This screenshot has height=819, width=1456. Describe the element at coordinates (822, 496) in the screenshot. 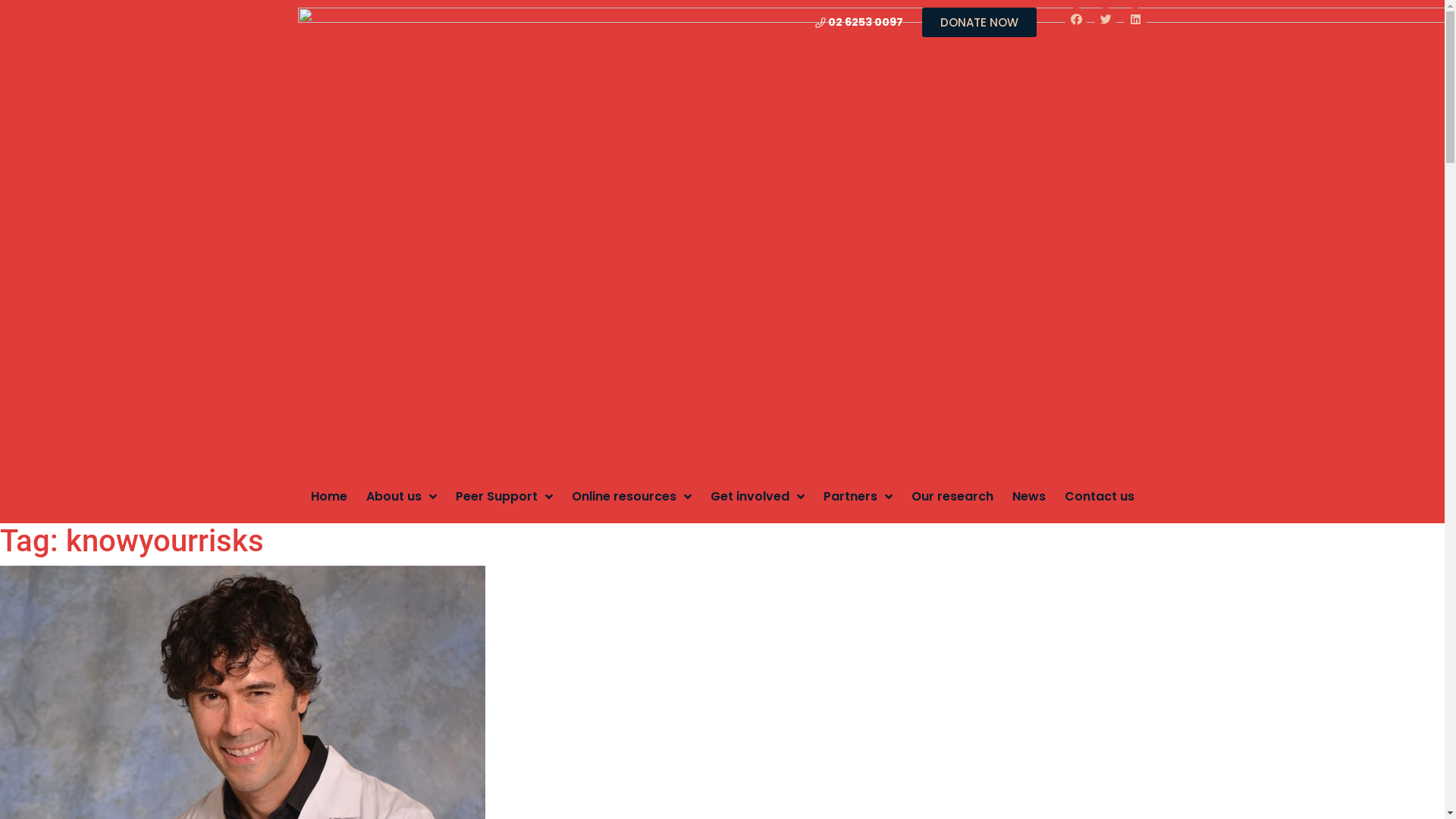

I see `'Partners'` at that location.